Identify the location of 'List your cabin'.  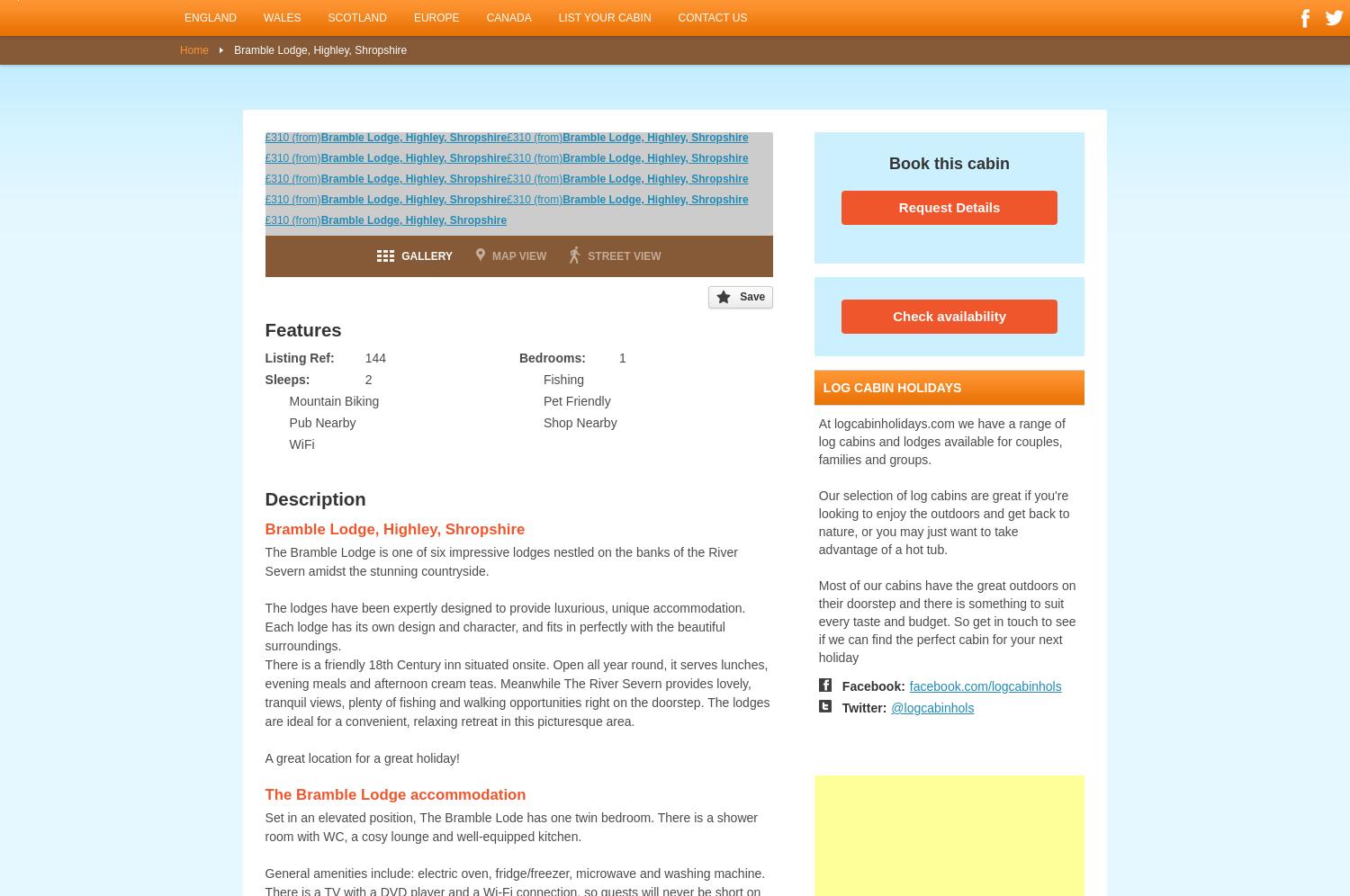
(604, 18).